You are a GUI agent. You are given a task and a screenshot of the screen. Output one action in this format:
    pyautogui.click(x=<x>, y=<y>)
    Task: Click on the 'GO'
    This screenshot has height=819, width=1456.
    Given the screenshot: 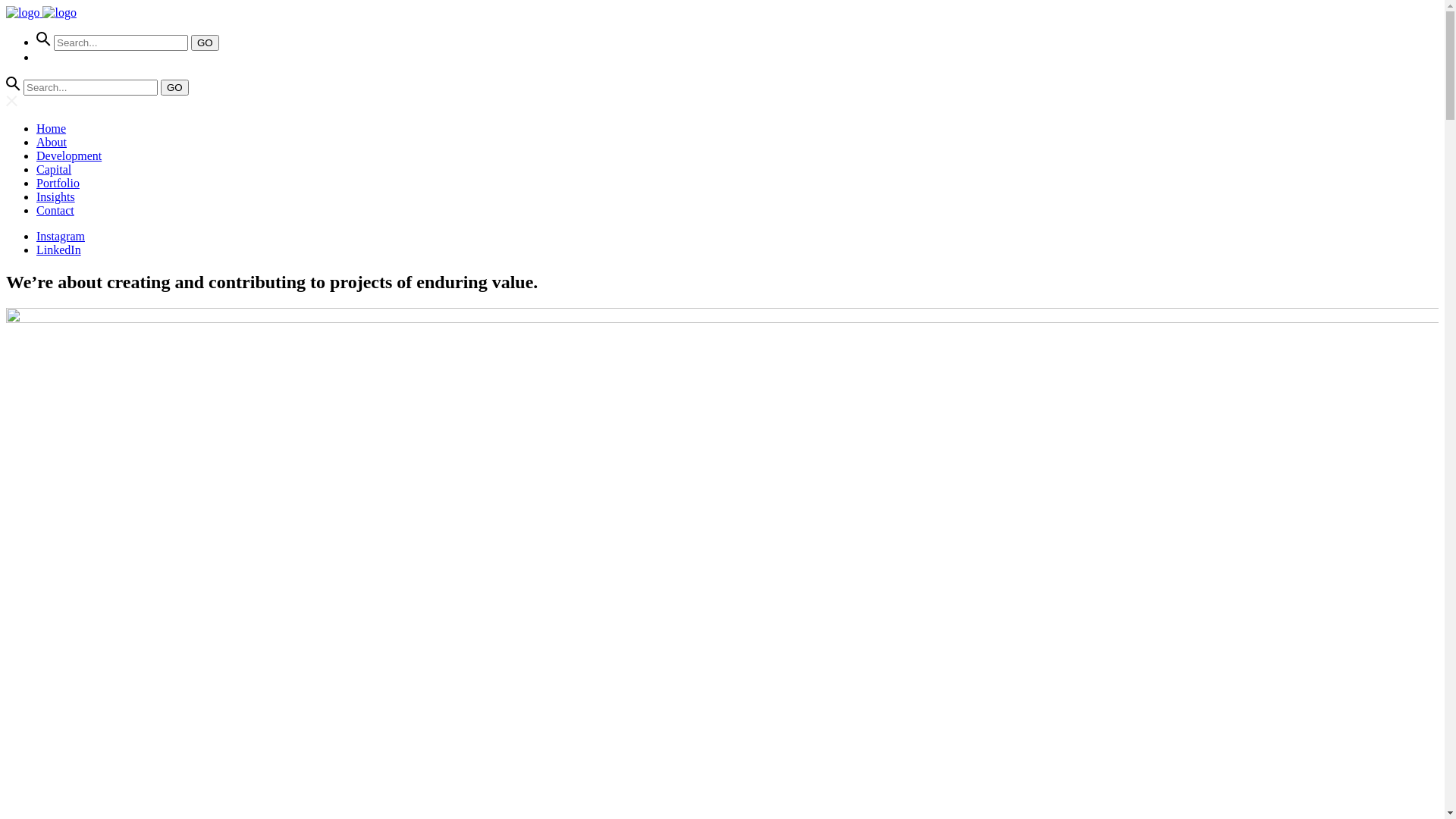 What is the action you would take?
    pyautogui.click(x=204, y=42)
    